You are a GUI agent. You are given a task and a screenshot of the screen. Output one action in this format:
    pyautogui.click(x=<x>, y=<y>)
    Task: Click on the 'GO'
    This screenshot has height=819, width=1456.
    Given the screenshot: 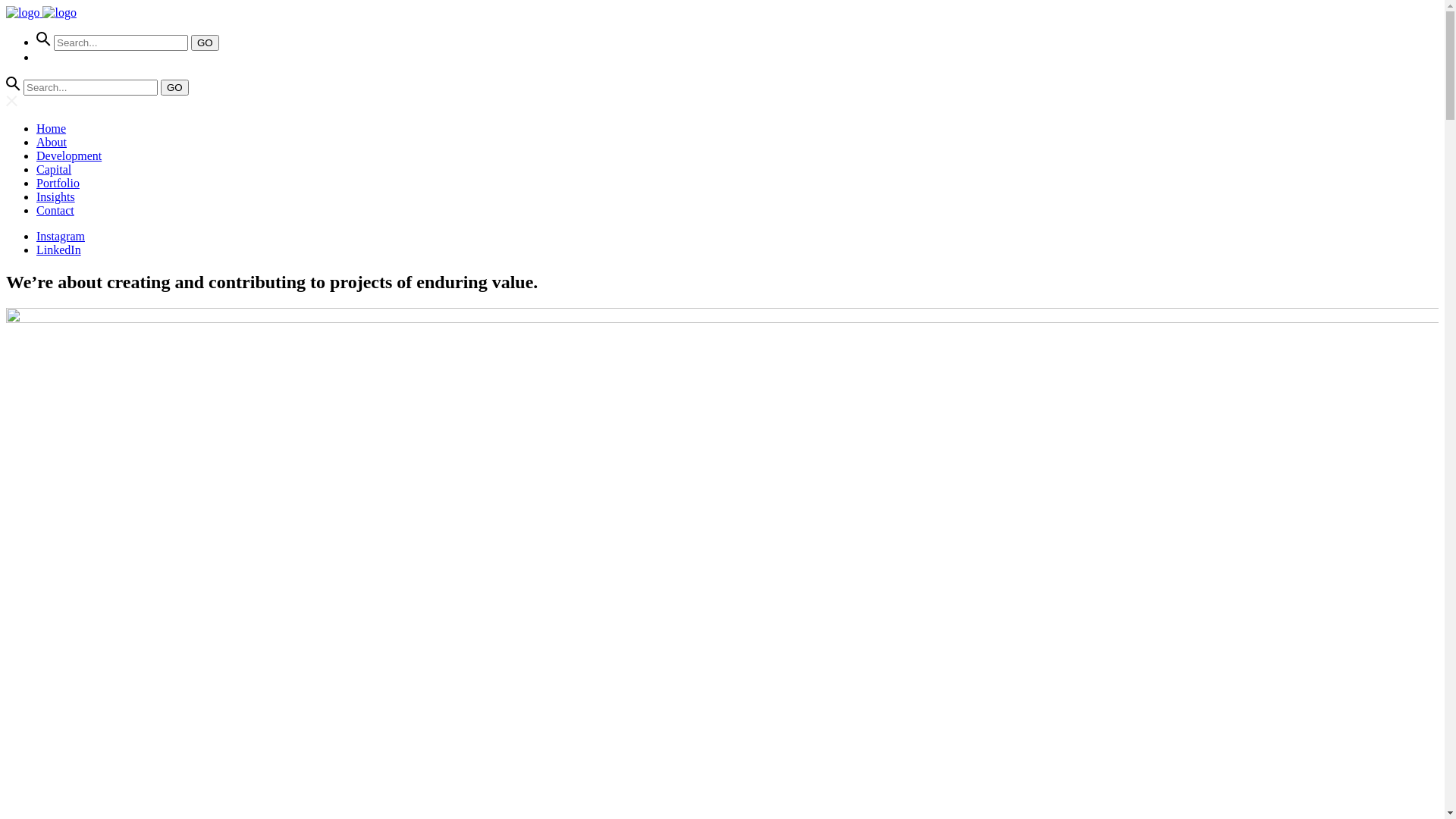 What is the action you would take?
    pyautogui.click(x=204, y=42)
    